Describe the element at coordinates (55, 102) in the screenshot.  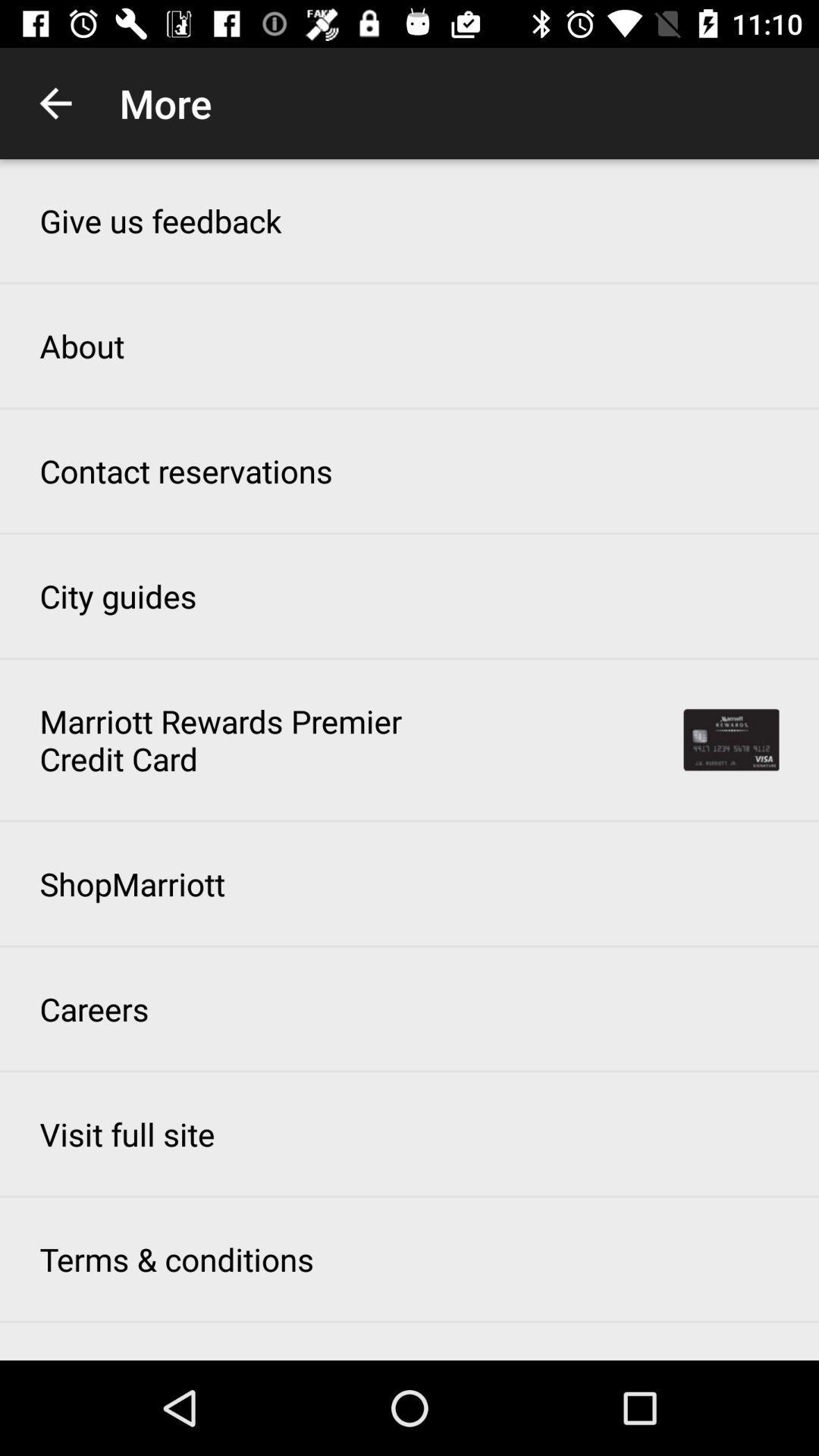
I see `item next to the more` at that location.